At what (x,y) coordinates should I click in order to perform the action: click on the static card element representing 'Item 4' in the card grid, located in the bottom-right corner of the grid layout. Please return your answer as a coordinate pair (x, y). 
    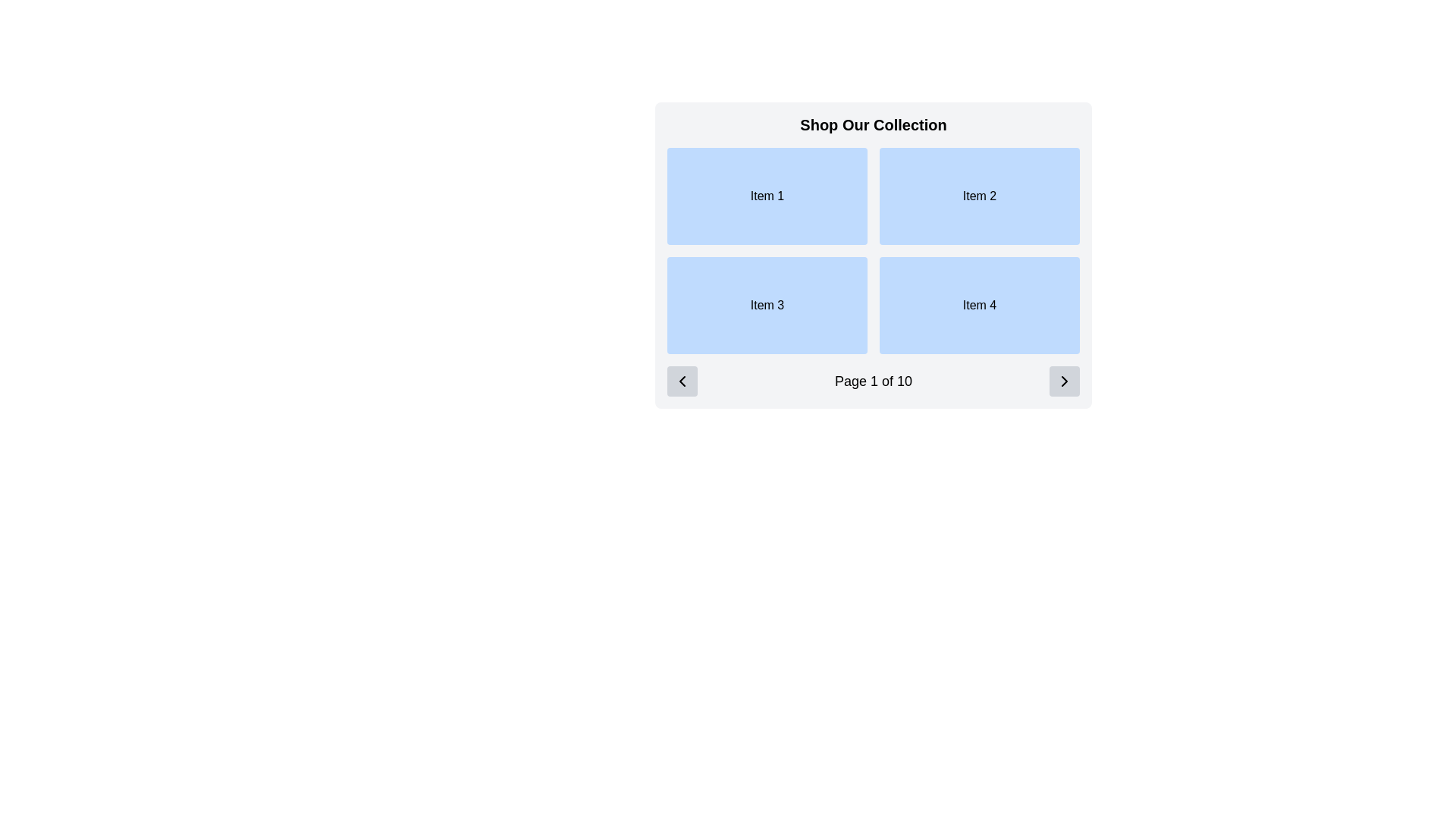
    Looking at the image, I should click on (979, 305).